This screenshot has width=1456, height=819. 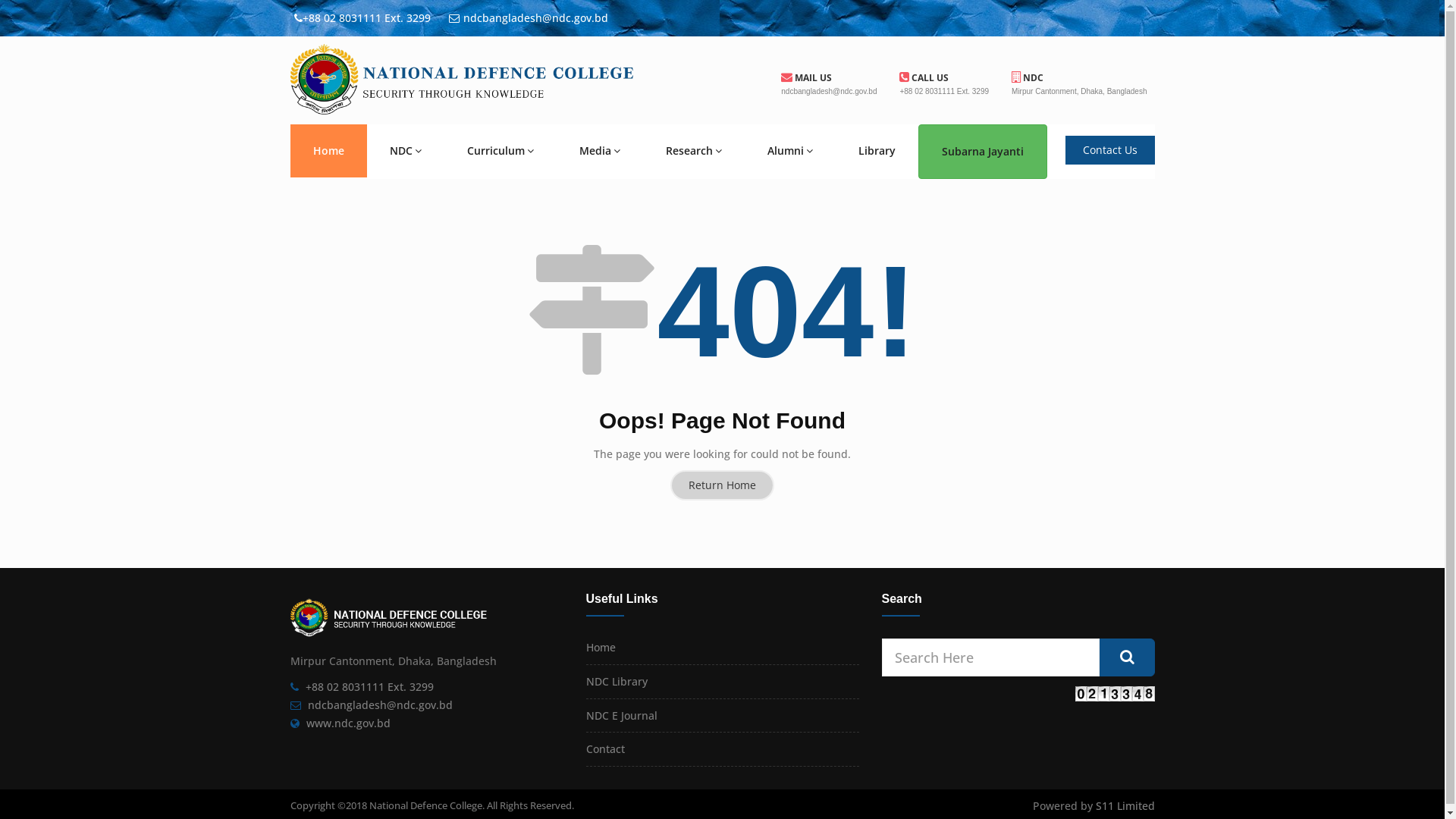 What do you see at coordinates (721, 485) in the screenshot?
I see `'Return Home'` at bounding box center [721, 485].